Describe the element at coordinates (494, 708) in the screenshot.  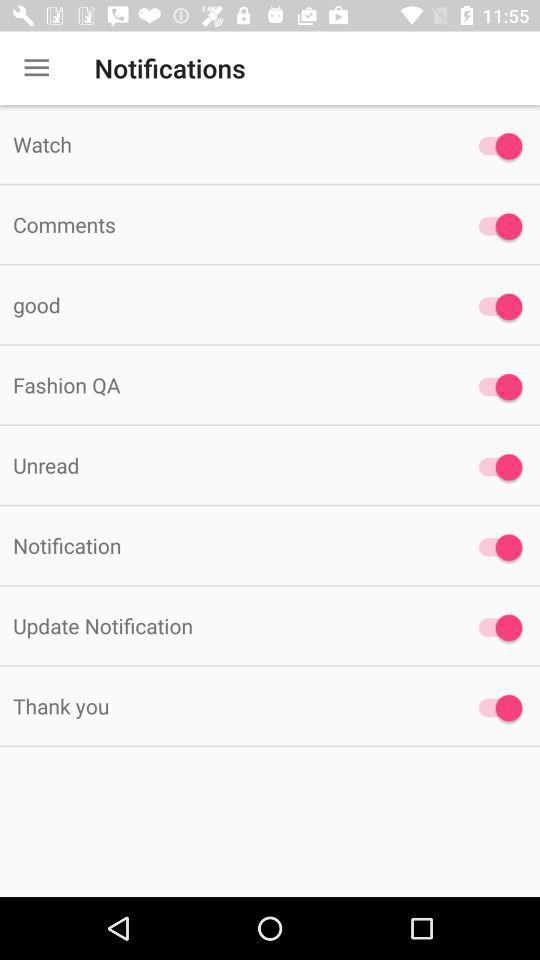
I see `turn on/off notification` at that location.